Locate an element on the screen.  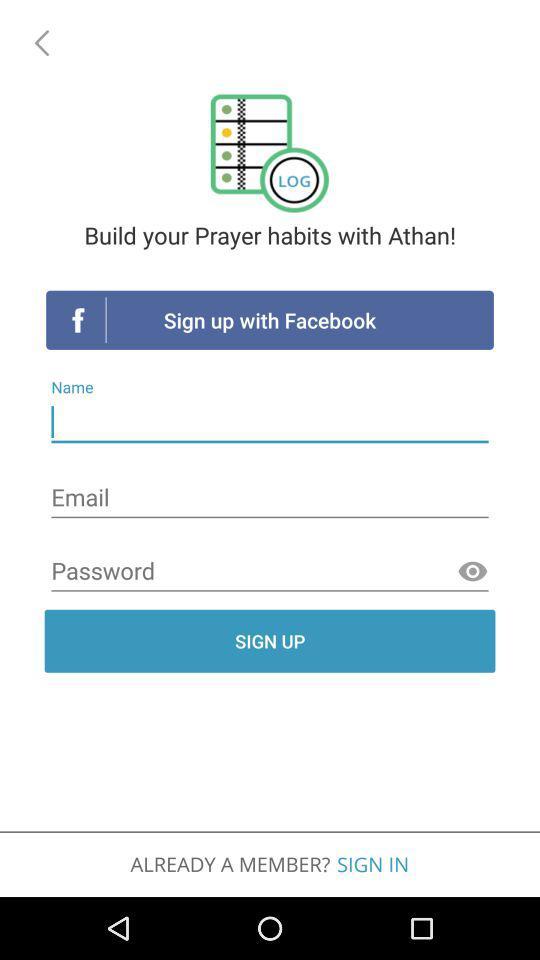
the icon of which is above name is located at coordinates (76, 320).